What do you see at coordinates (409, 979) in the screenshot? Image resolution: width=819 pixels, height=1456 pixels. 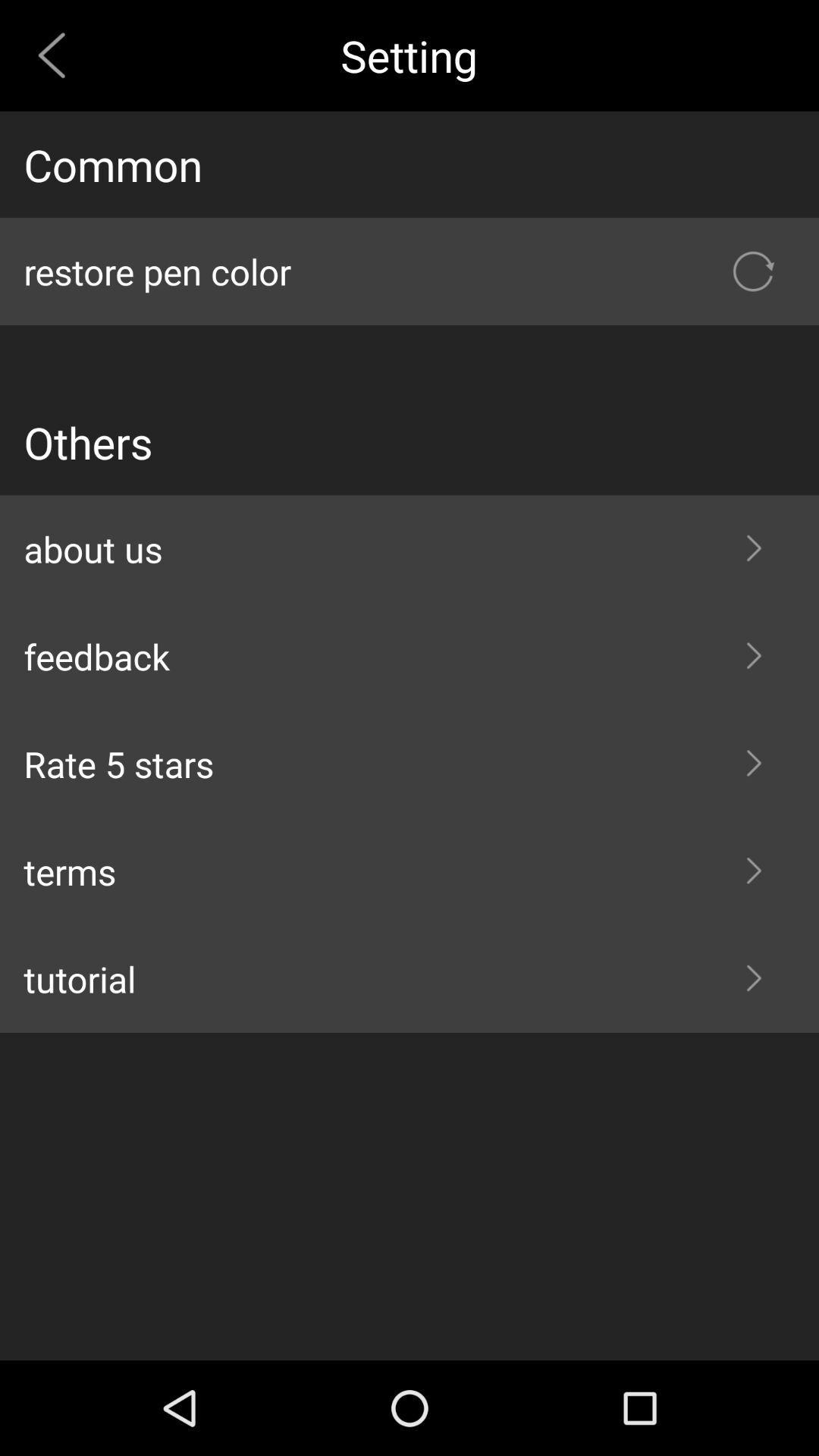 I see `item below terms icon` at bounding box center [409, 979].